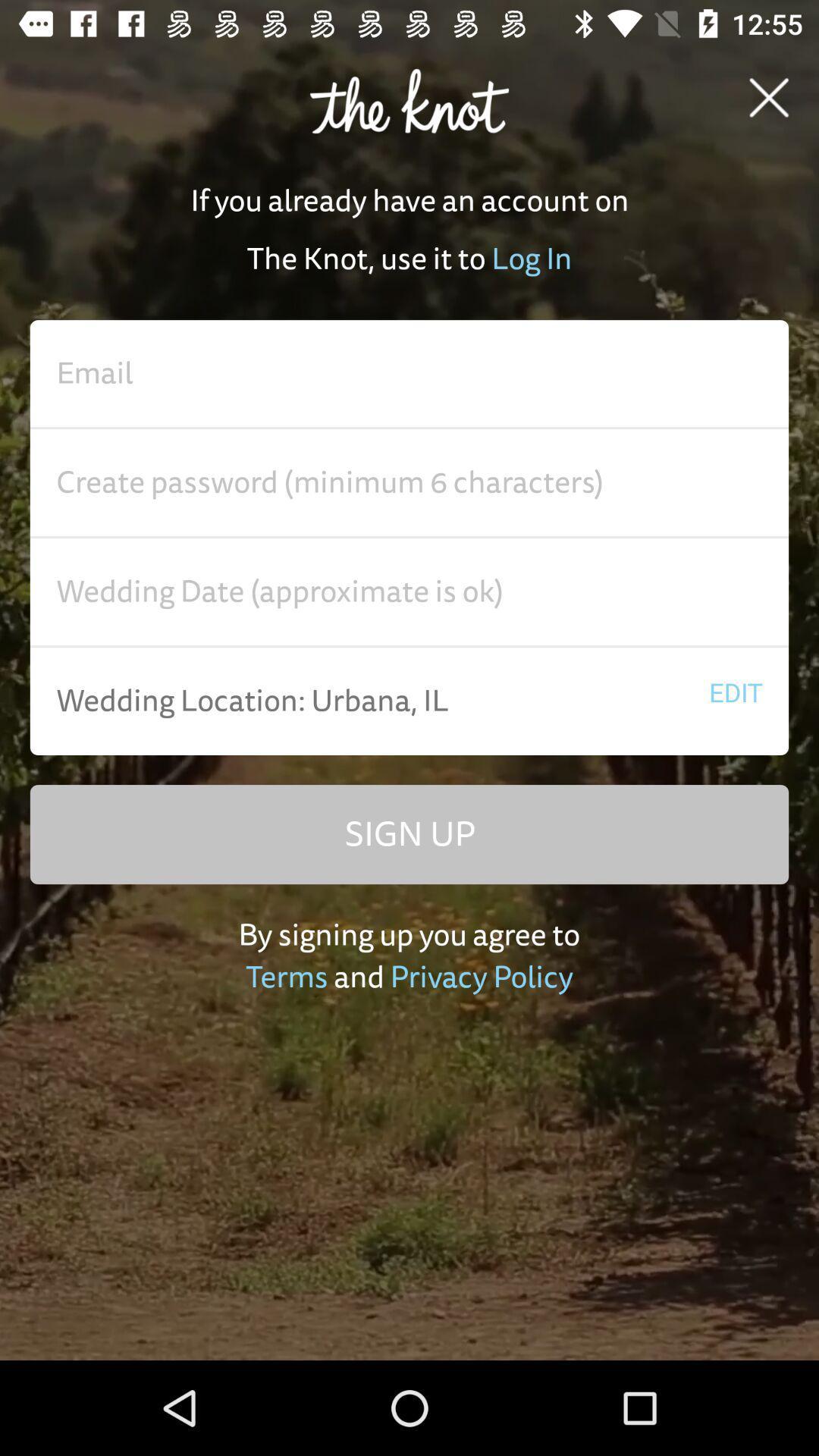  I want to click on e mail create password, so click(409, 482).